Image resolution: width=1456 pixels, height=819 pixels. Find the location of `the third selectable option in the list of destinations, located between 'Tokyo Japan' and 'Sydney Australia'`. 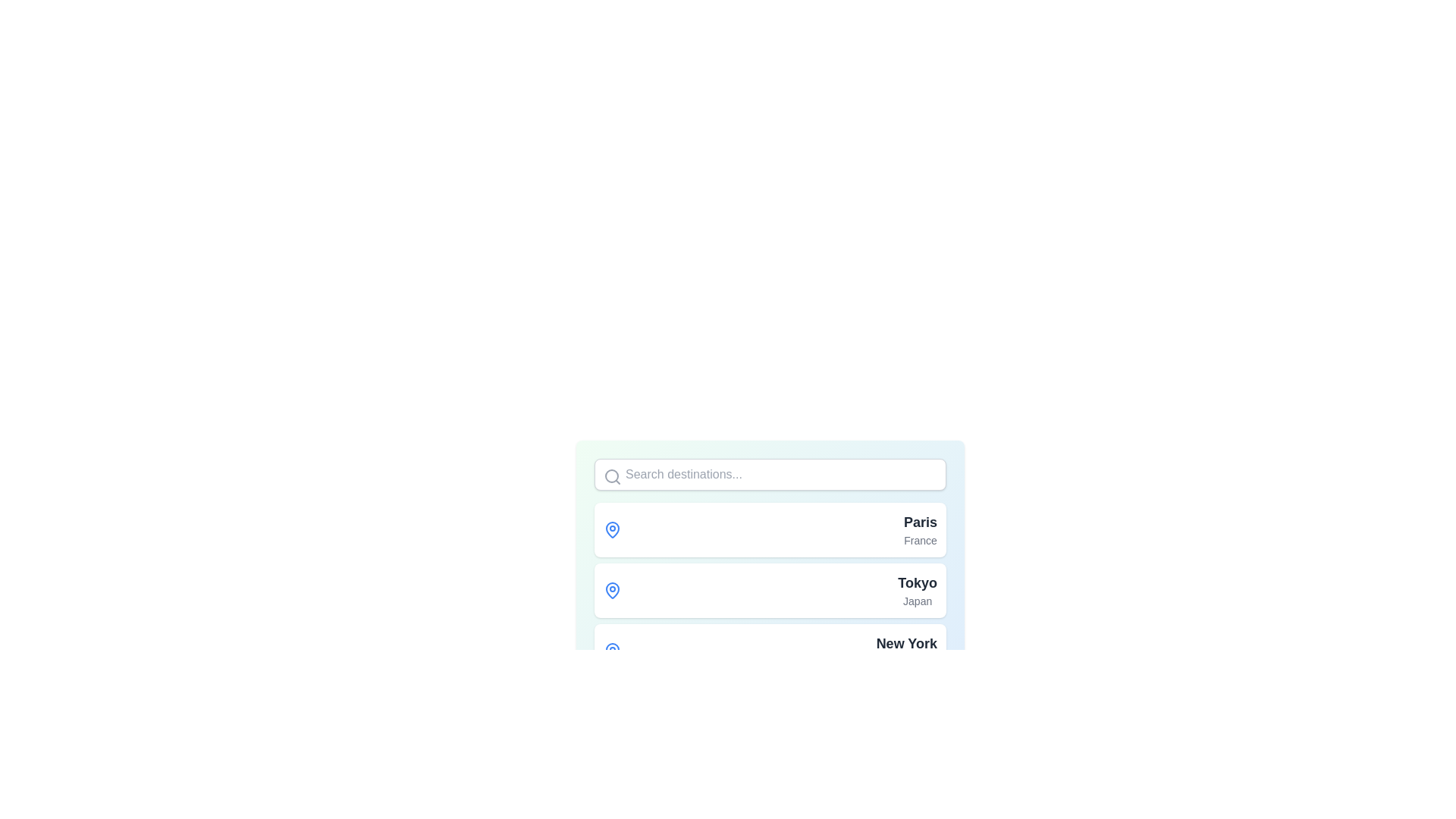

the third selectable option in the list of destinations, located between 'Tokyo Japan' and 'Sydney Australia' is located at coordinates (770, 651).